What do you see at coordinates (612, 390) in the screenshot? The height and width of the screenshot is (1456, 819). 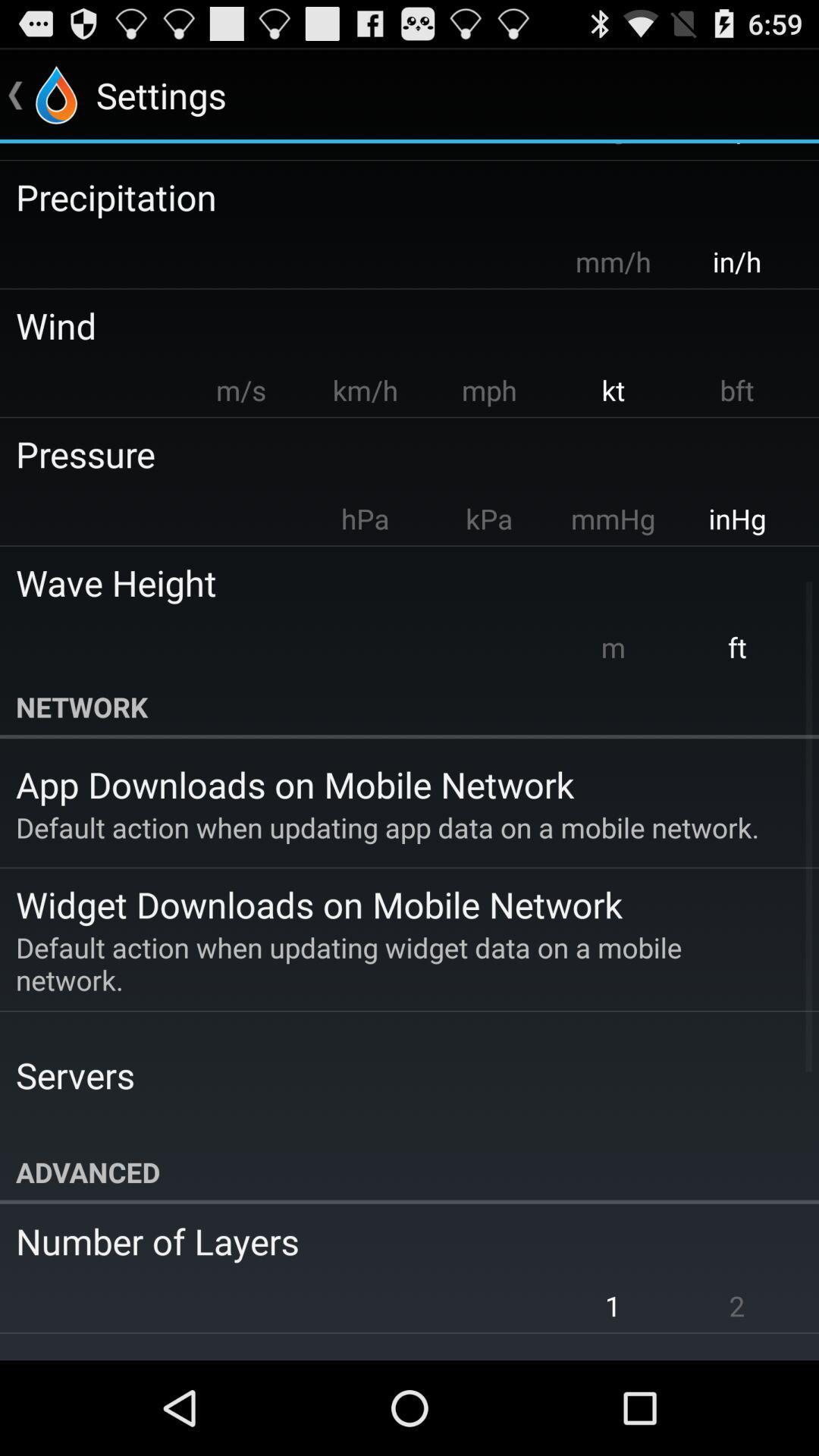 I see `the app to the right of the mph` at bounding box center [612, 390].